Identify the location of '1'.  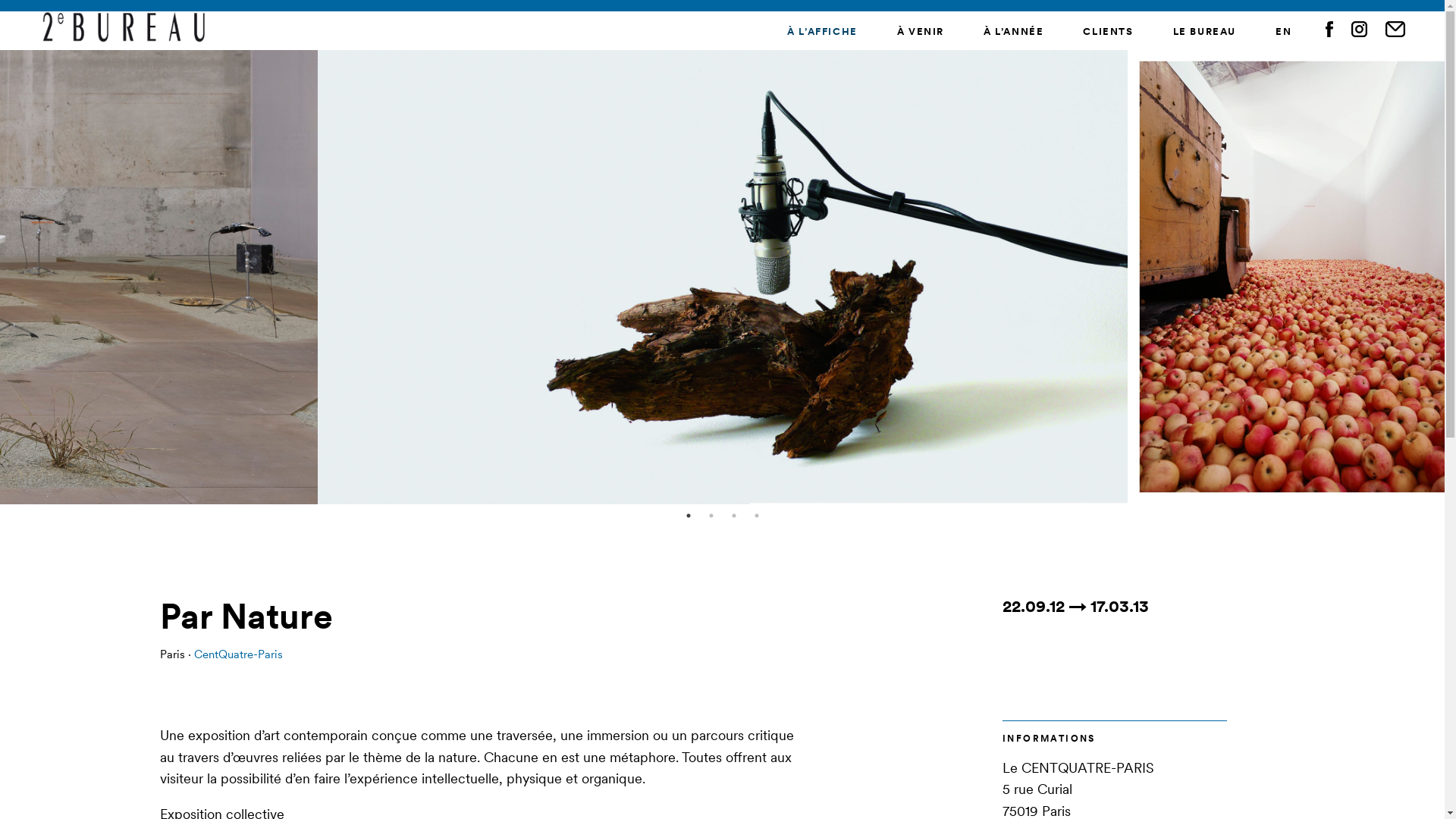
(687, 514).